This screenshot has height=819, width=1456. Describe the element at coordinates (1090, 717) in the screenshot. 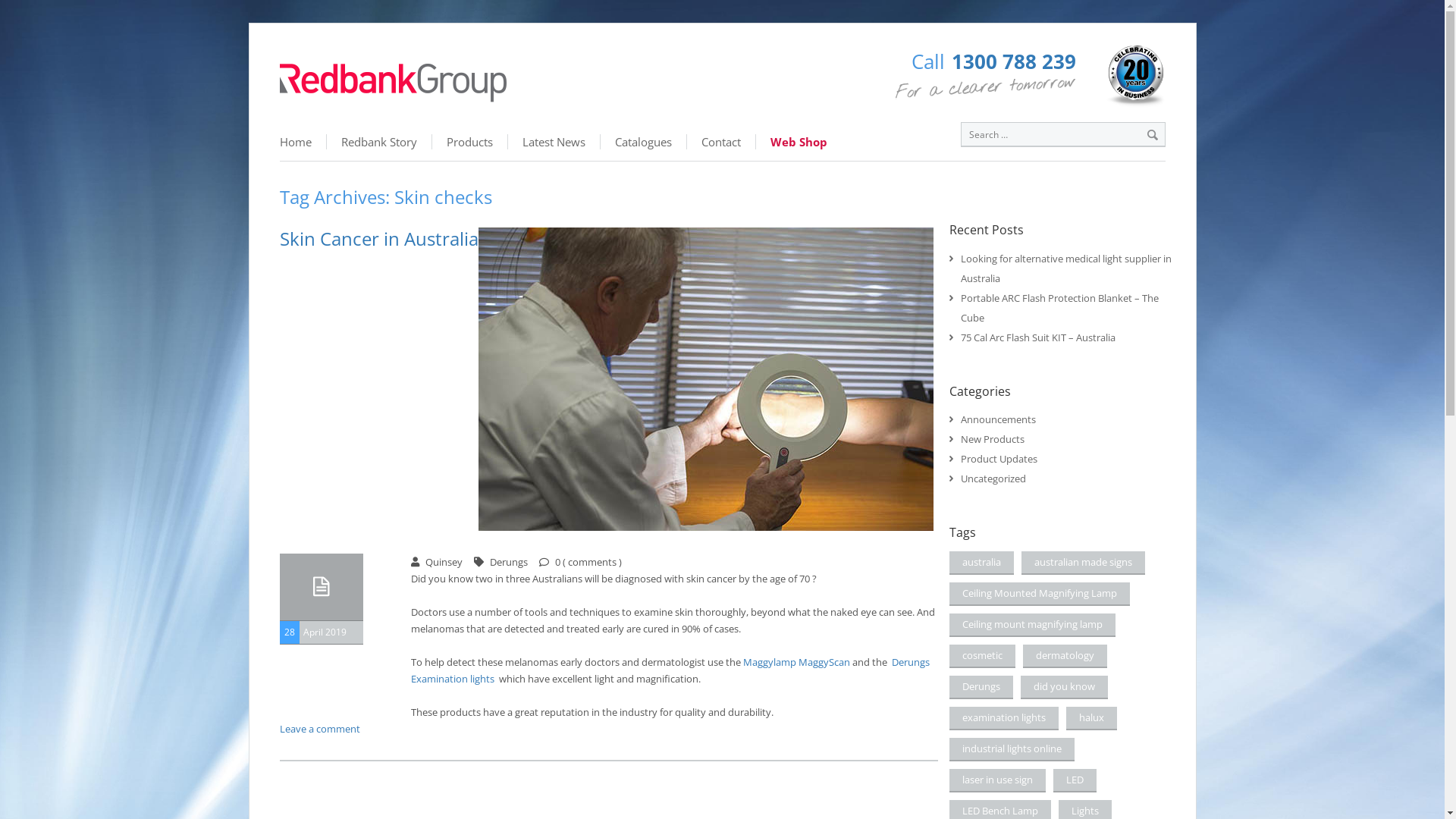

I see `'halux'` at that location.